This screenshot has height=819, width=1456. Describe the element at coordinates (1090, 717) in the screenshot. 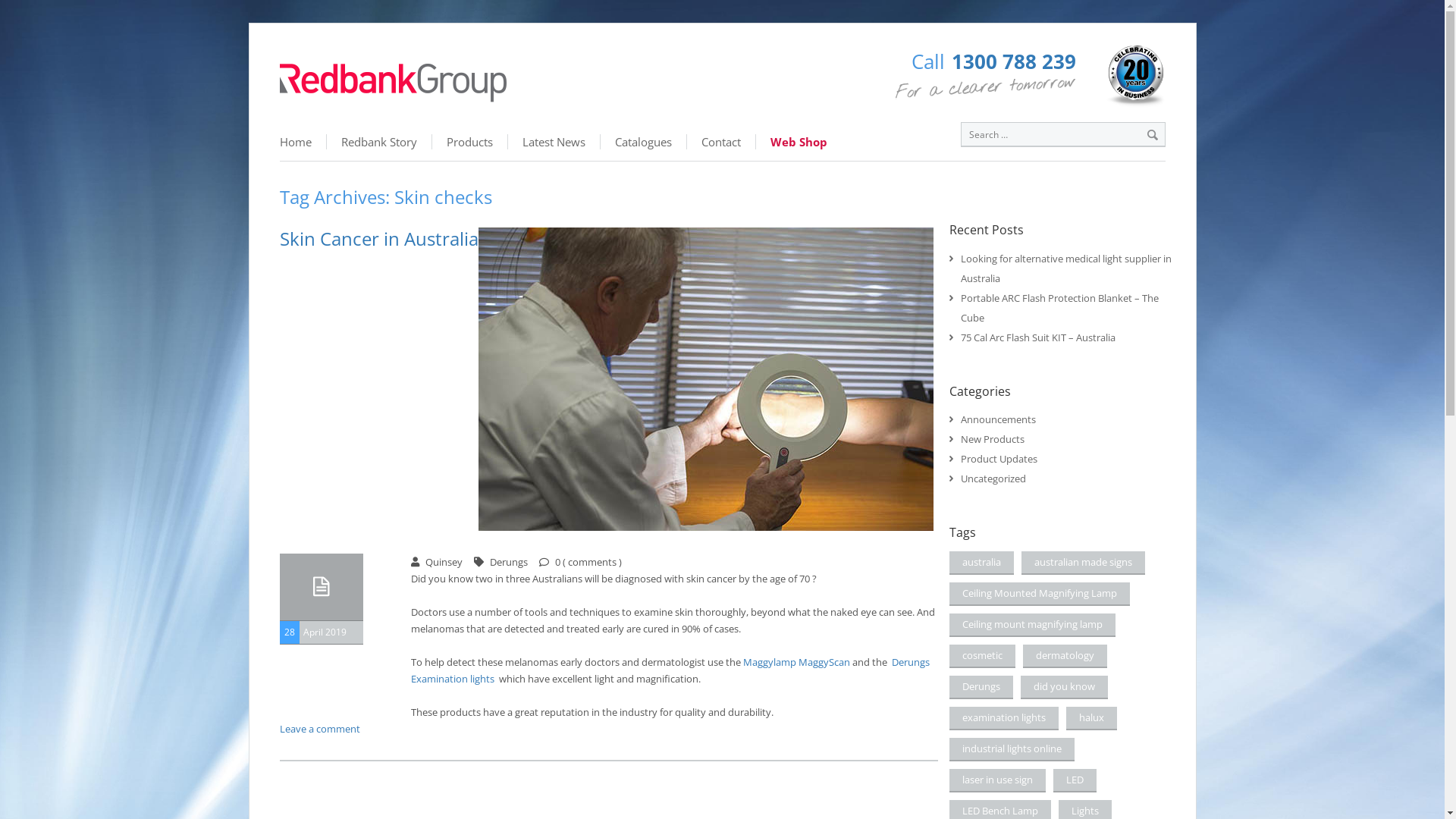

I see `'halux'` at that location.